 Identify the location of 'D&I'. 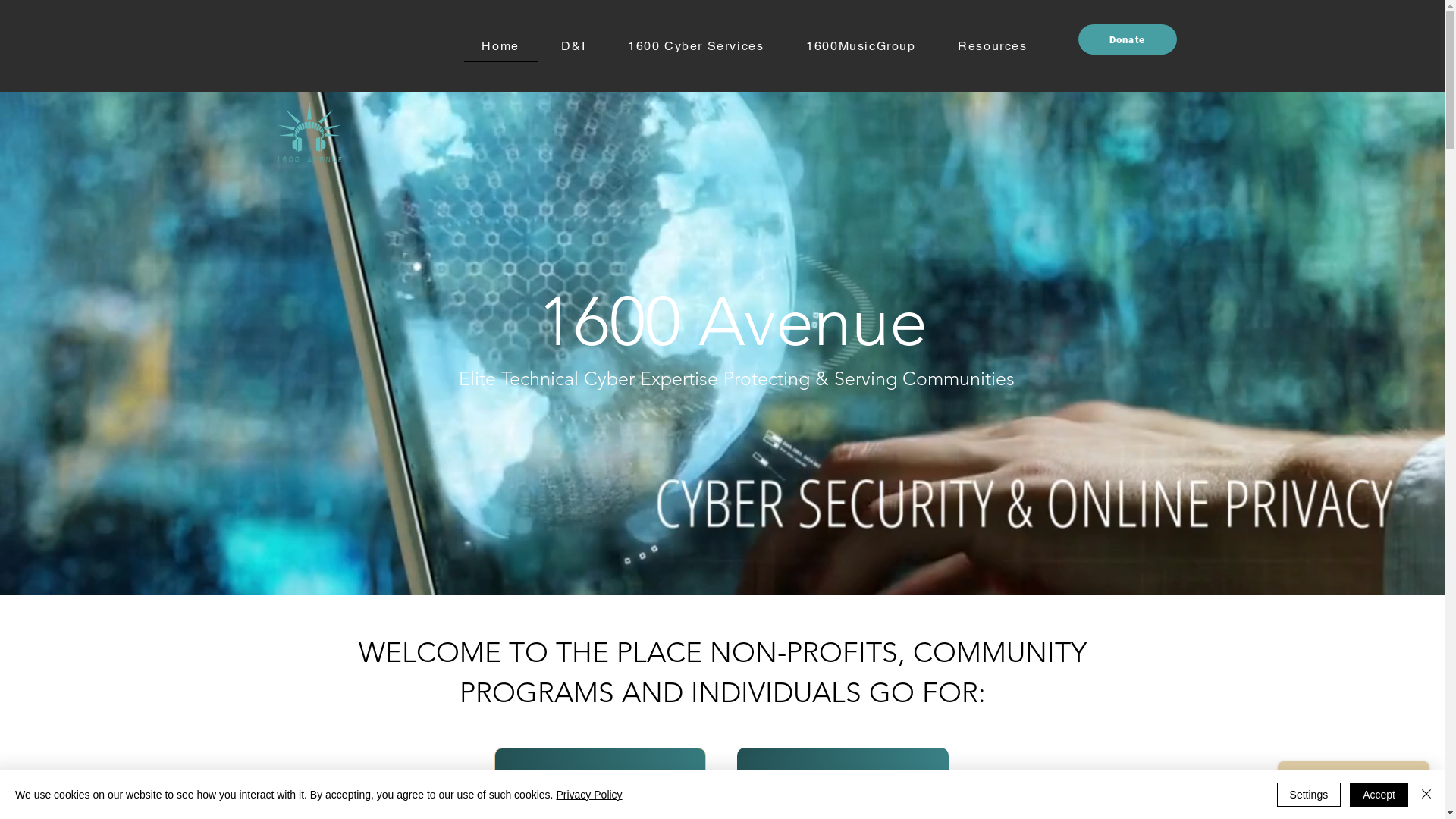
(573, 45).